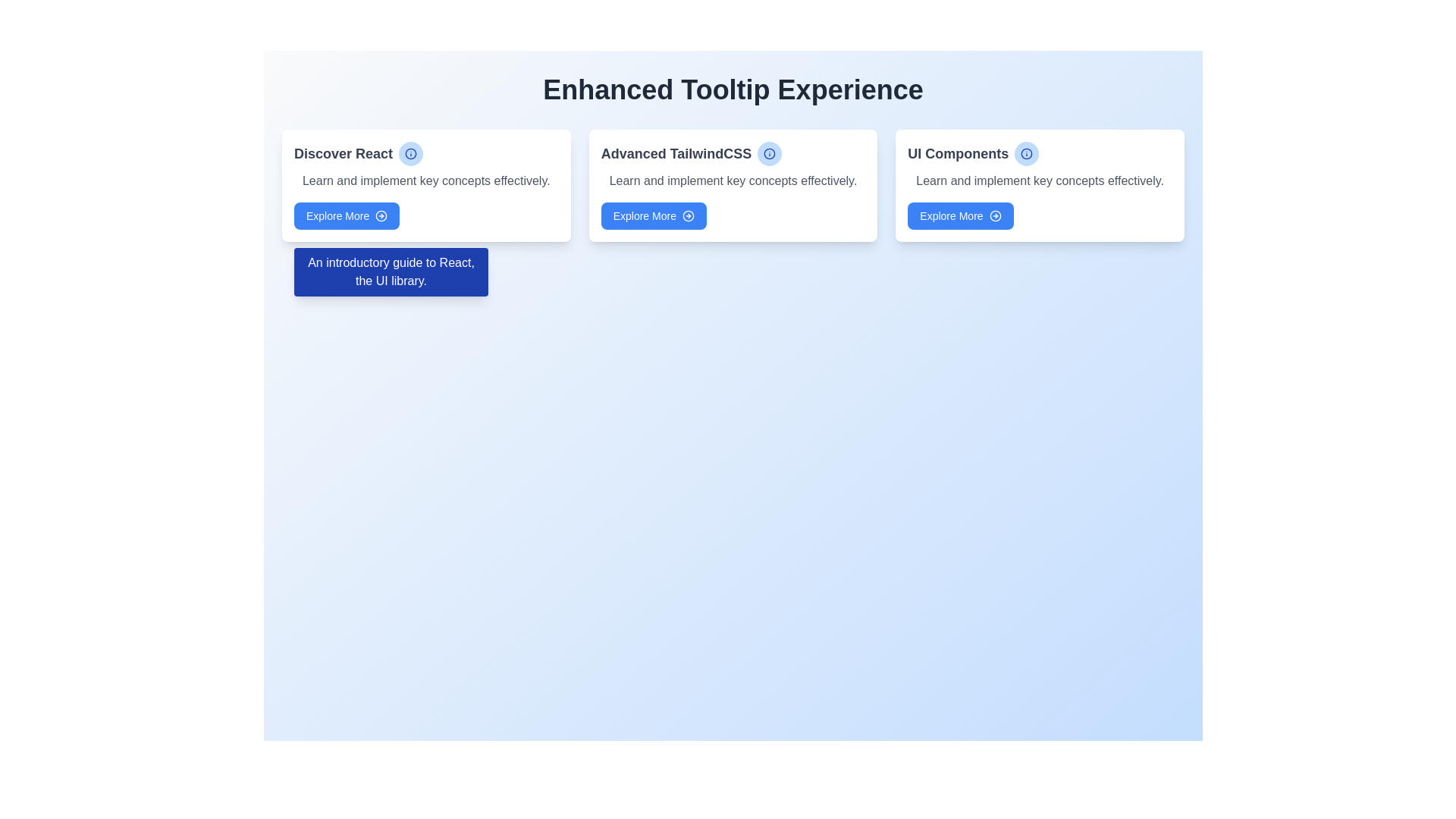 This screenshot has height=819, width=1456. What do you see at coordinates (1027, 154) in the screenshot?
I see `the circular Icon Button with a blue background and 'i' icon` at bounding box center [1027, 154].